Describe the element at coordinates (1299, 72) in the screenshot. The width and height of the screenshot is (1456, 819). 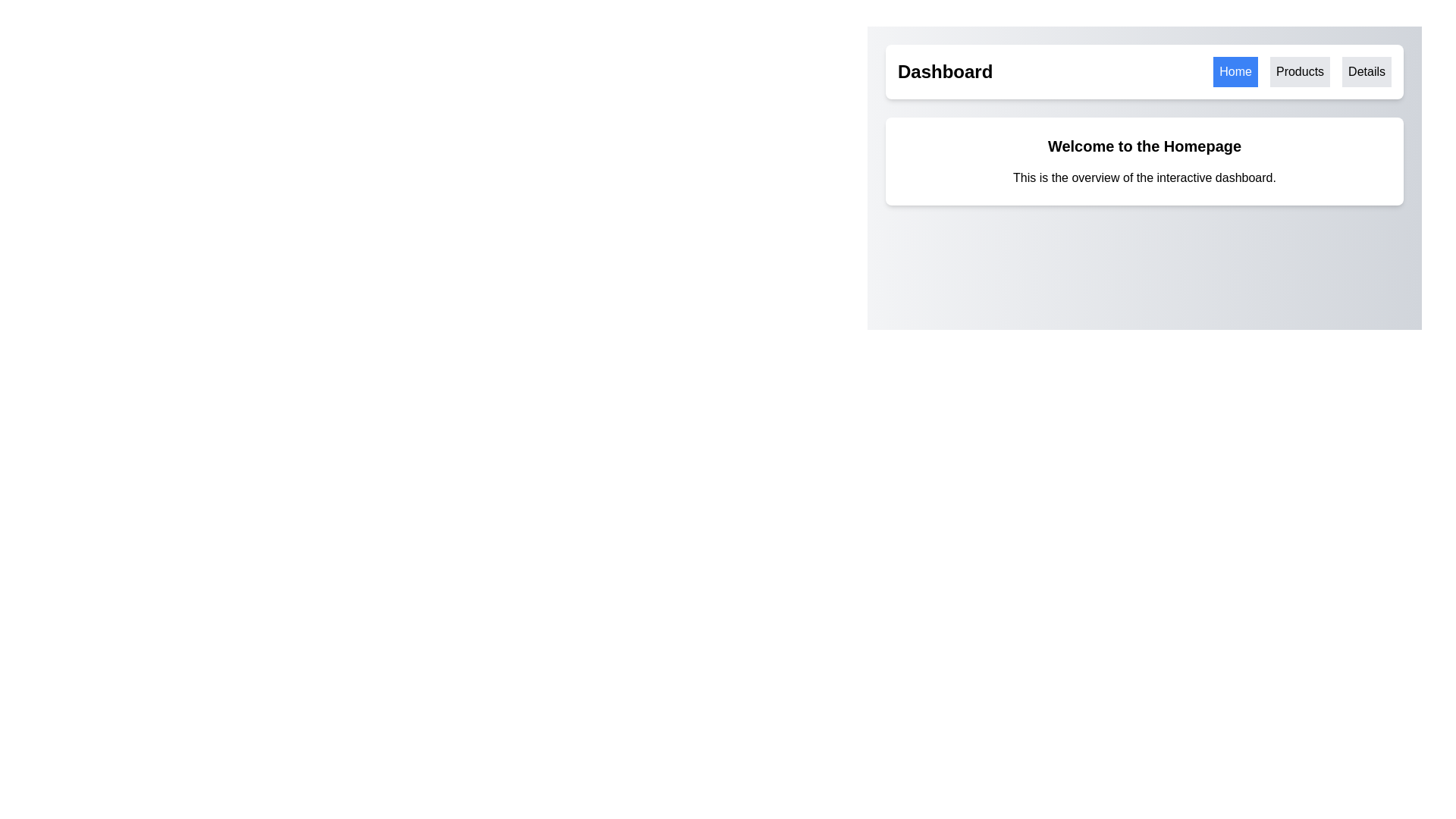
I see `the 'Products' button located in the upper navigation bar, which is the second button in a row of three options: 'Home', 'Products', and 'Details'` at that location.